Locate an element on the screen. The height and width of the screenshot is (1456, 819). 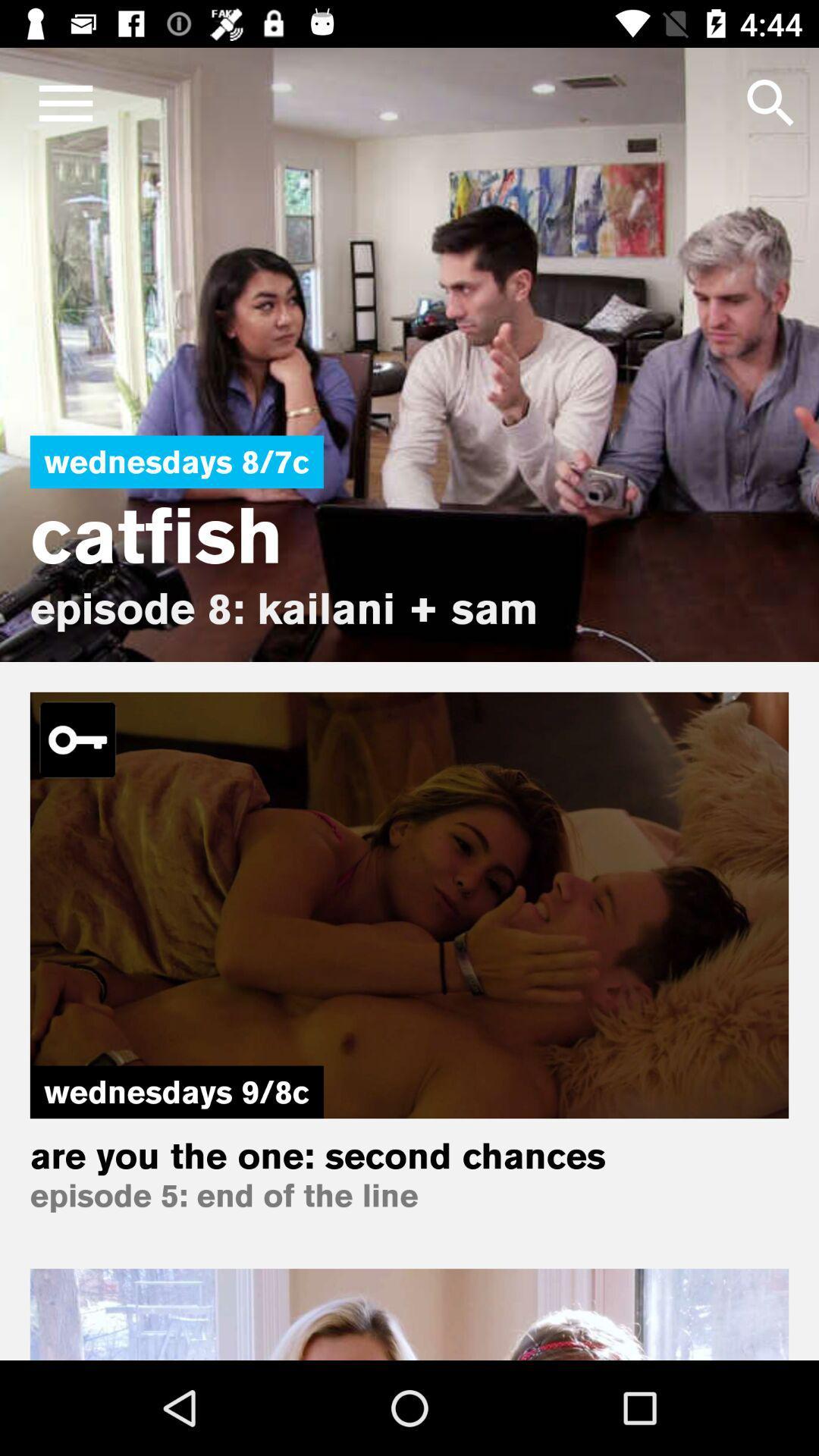
the top left icon of the second image is located at coordinates (78, 739).